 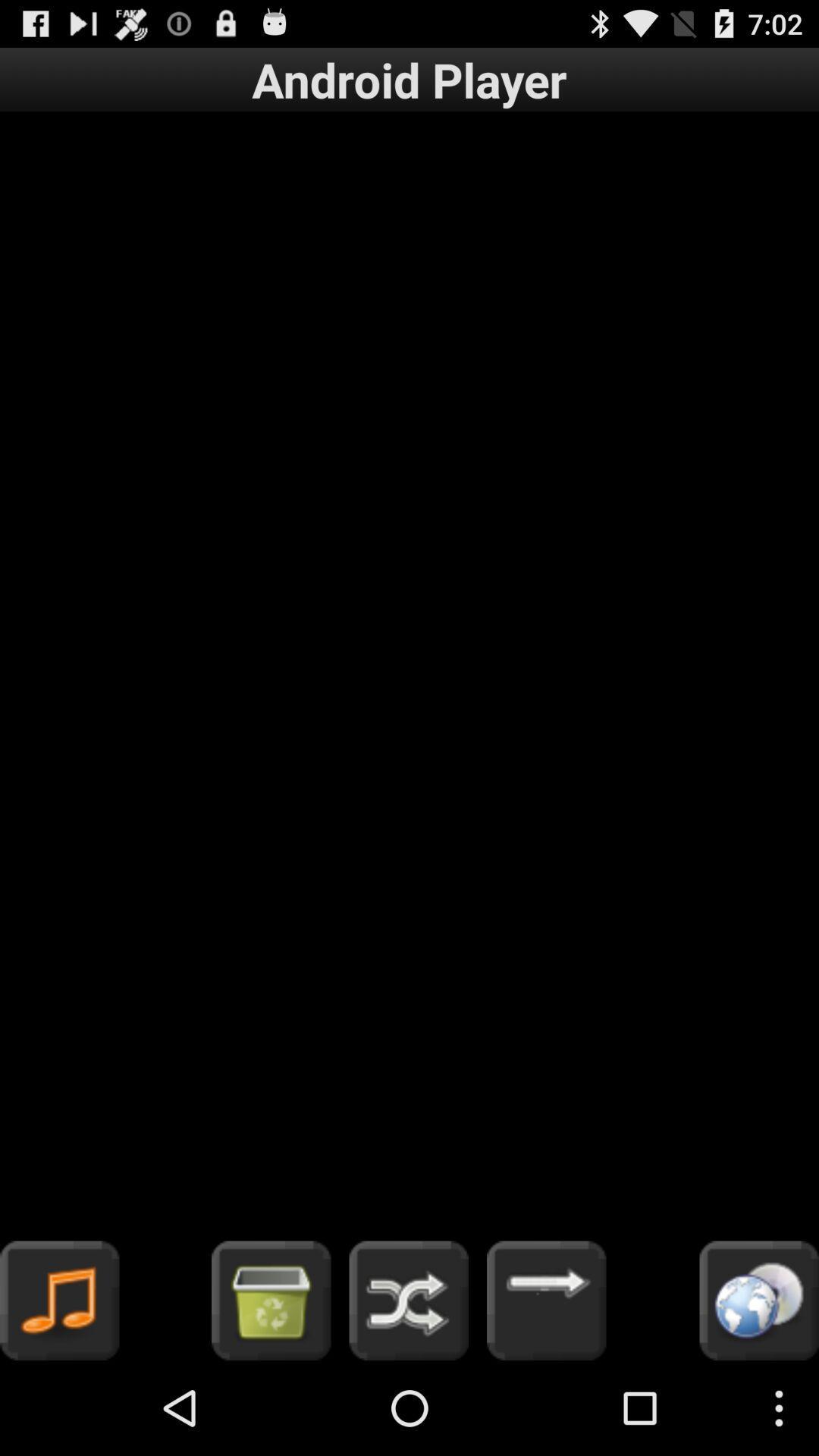 I want to click on the android player icon, so click(x=409, y=79).